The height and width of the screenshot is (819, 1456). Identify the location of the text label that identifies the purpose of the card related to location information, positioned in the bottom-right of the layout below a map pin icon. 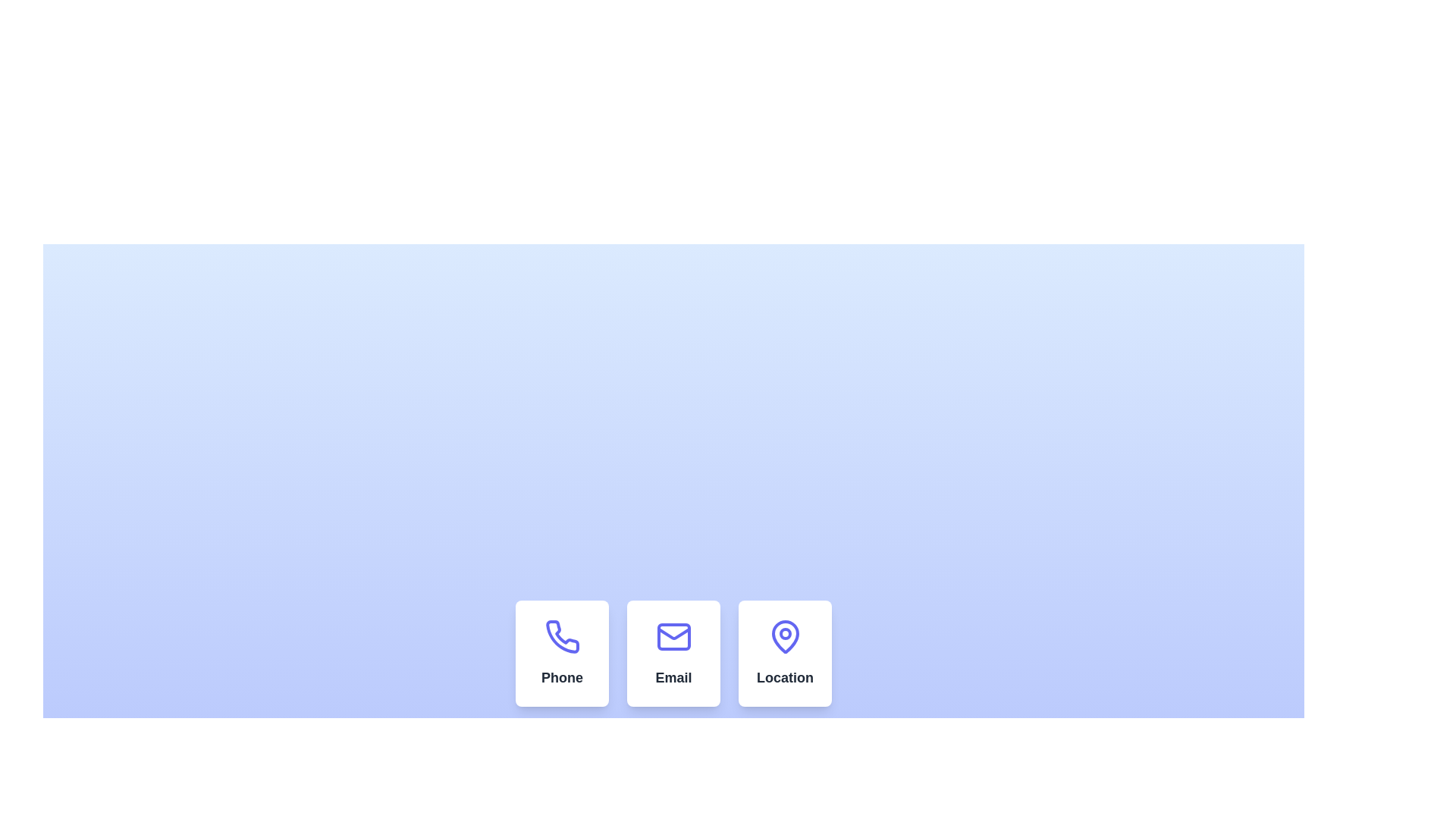
(785, 677).